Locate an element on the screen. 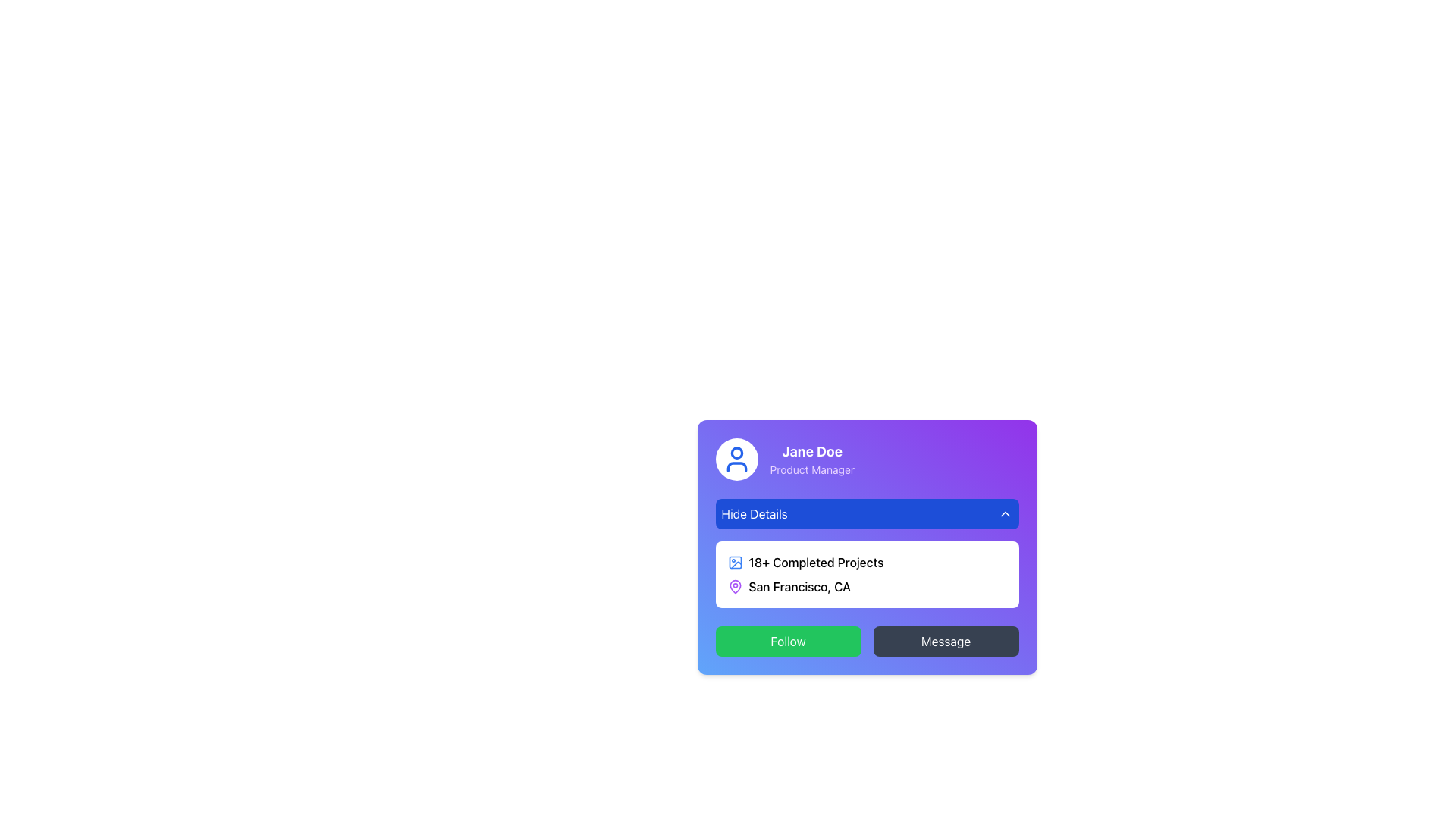 This screenshot has width=1456, height=819. the profile header displaying 'Jane Doe' and 'Product Manager' is located at coordinates (867, 458).